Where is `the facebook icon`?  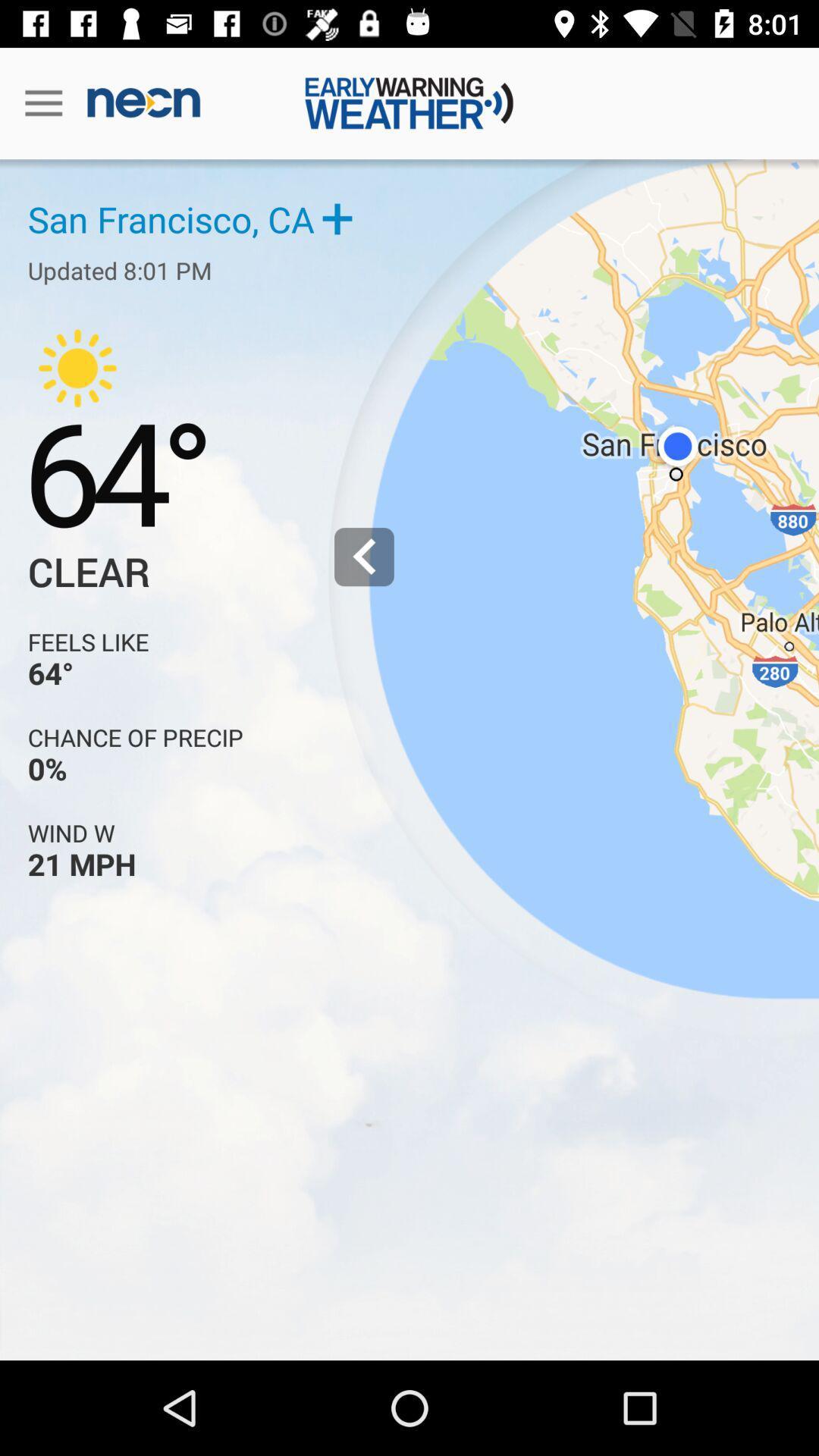 the facebook icon is located at coordinates (46, 47).